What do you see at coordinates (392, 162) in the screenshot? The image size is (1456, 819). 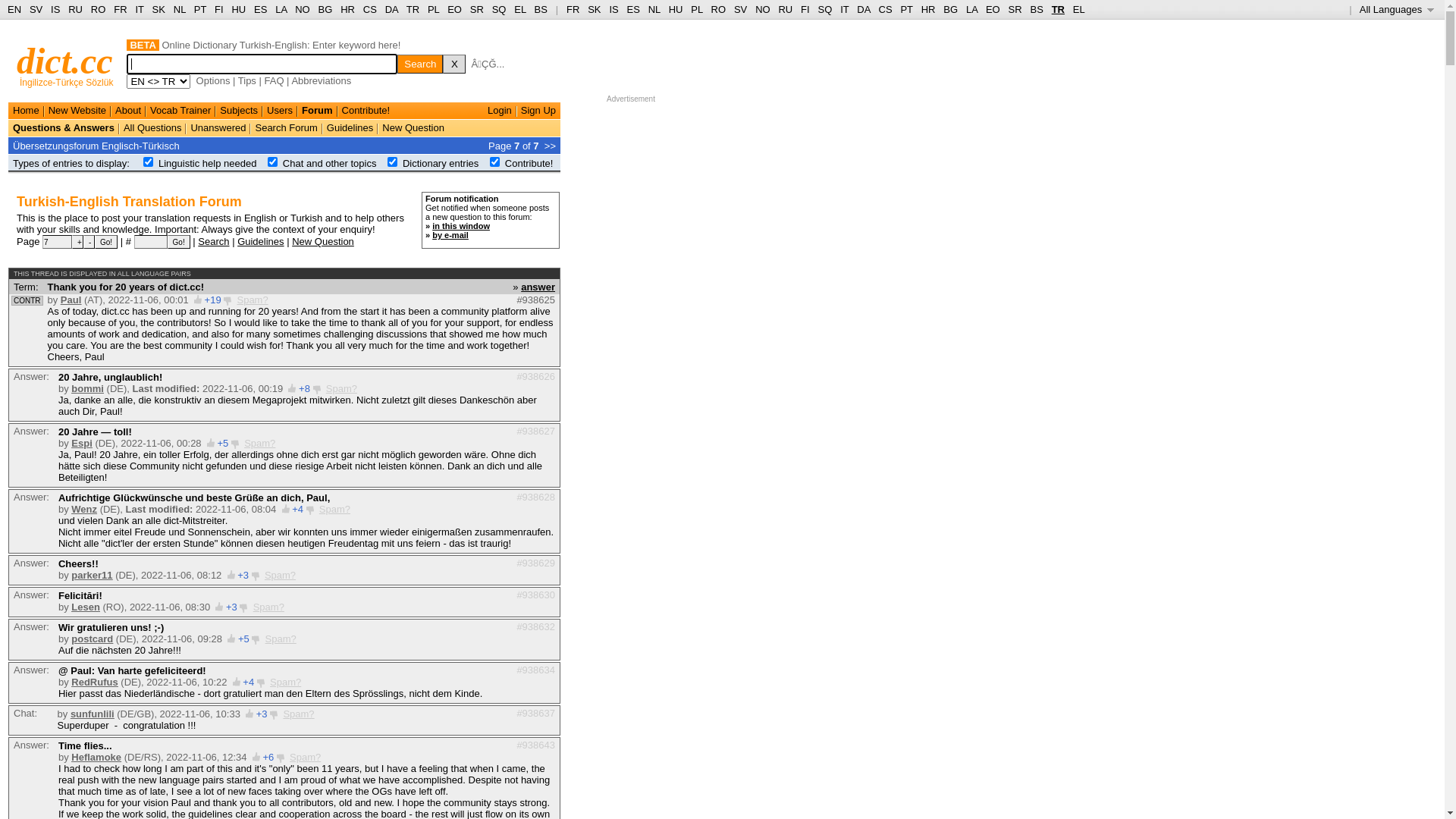 I see `'on'` at bounding box center [392, 162].